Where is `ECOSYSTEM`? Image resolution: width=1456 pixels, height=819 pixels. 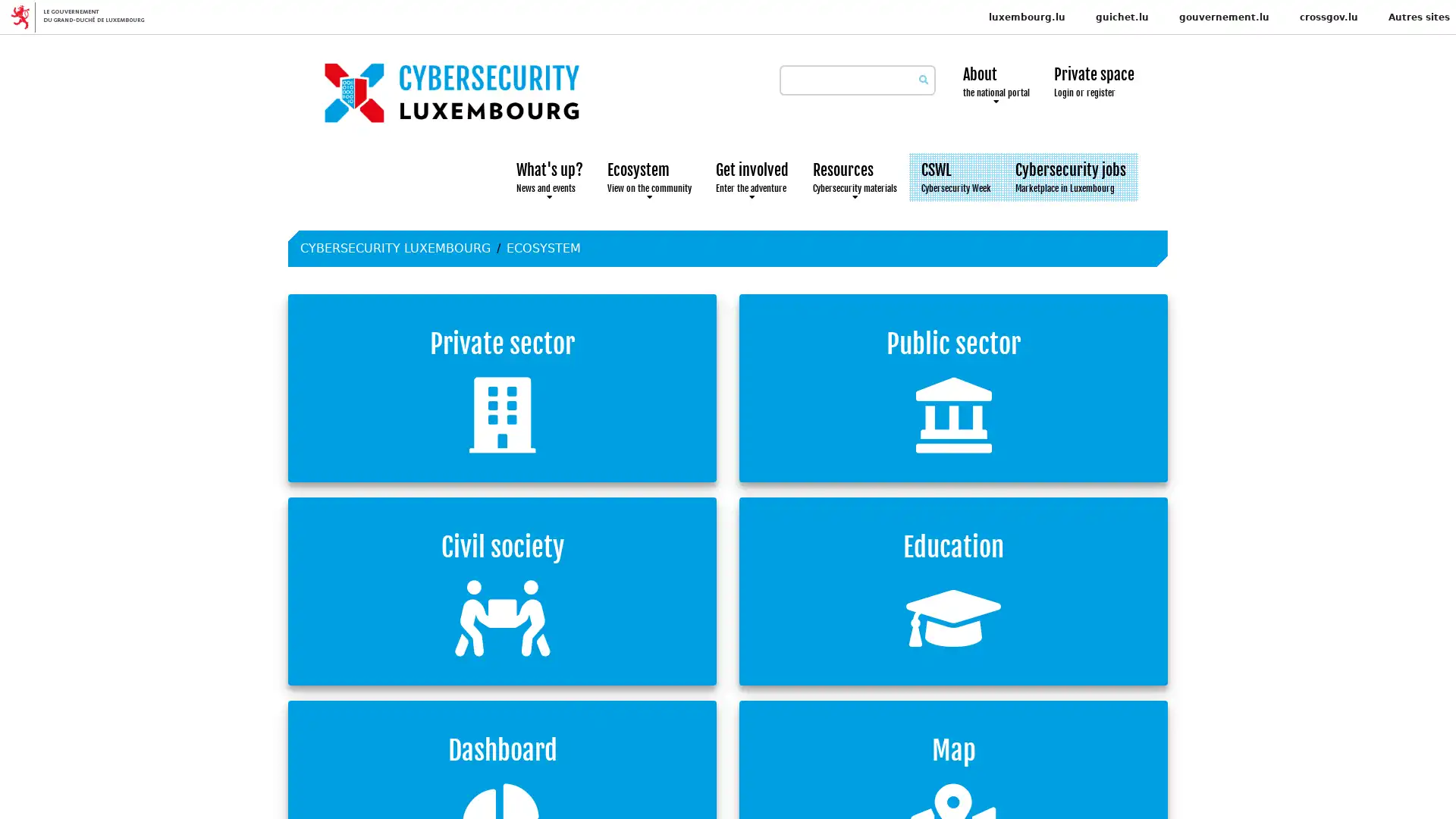
ECOSYSTEM is located at coordinates (543, 247).